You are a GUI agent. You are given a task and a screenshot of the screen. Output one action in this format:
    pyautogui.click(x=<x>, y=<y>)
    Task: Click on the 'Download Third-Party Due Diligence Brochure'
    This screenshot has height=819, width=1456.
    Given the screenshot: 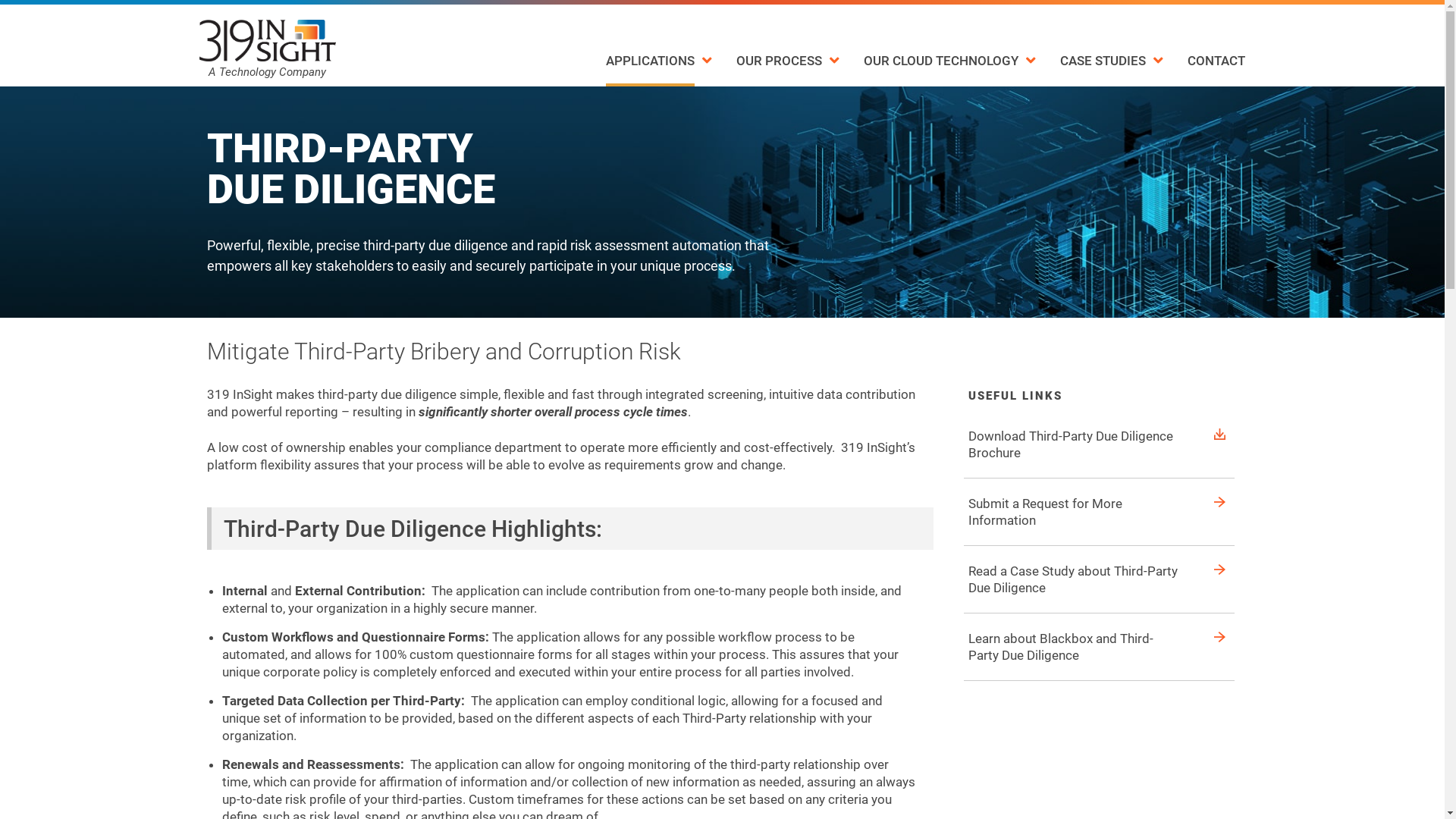 What is the action you would take?
    pyautogui.click(x=1069, y=444)
    